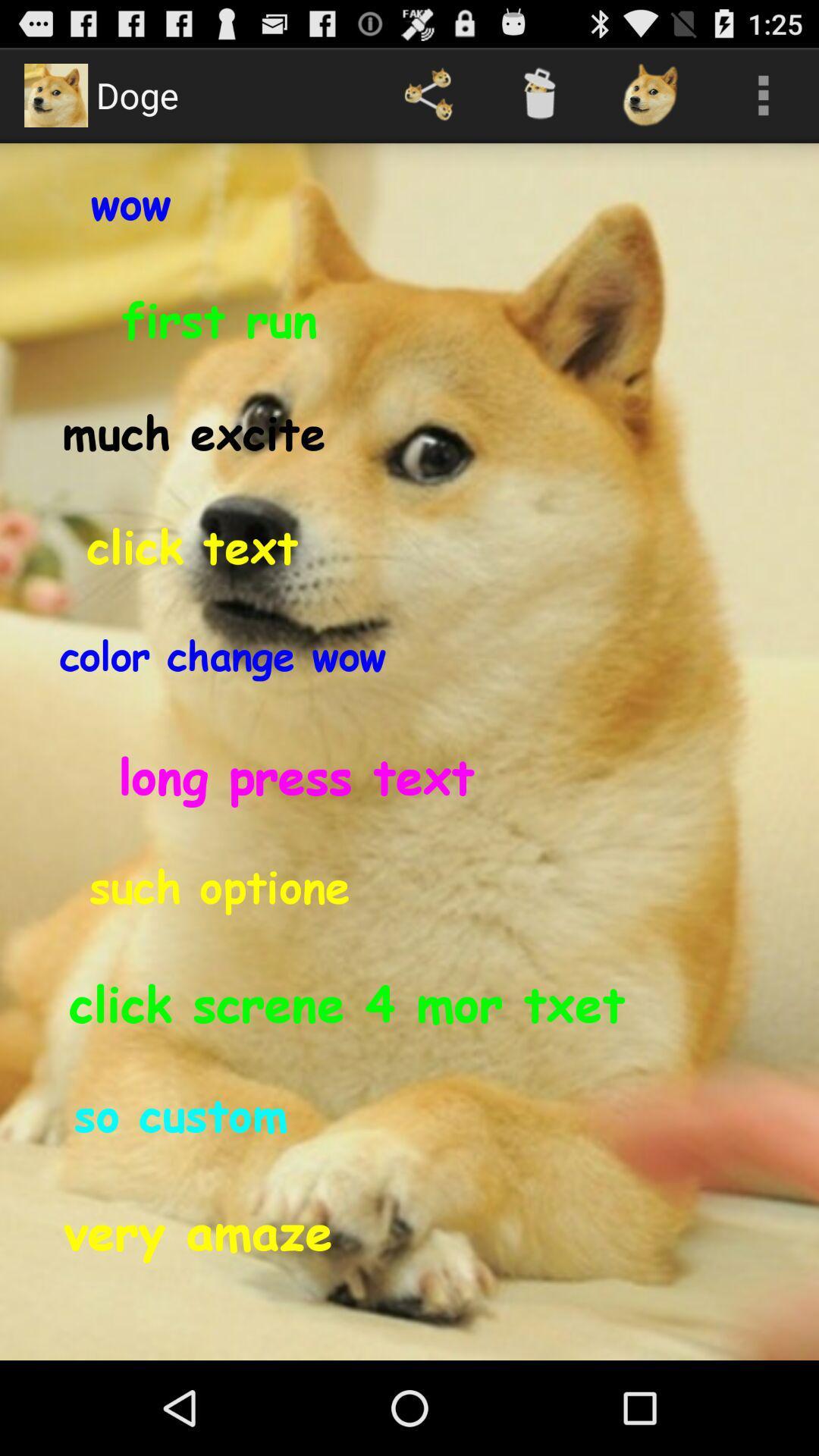 This screenshot has height=1456, width=819. Describe the element at coordinates (651, 94) in the screenshot. I see `the dog icon which is placed right side of the delete icon` at that location.